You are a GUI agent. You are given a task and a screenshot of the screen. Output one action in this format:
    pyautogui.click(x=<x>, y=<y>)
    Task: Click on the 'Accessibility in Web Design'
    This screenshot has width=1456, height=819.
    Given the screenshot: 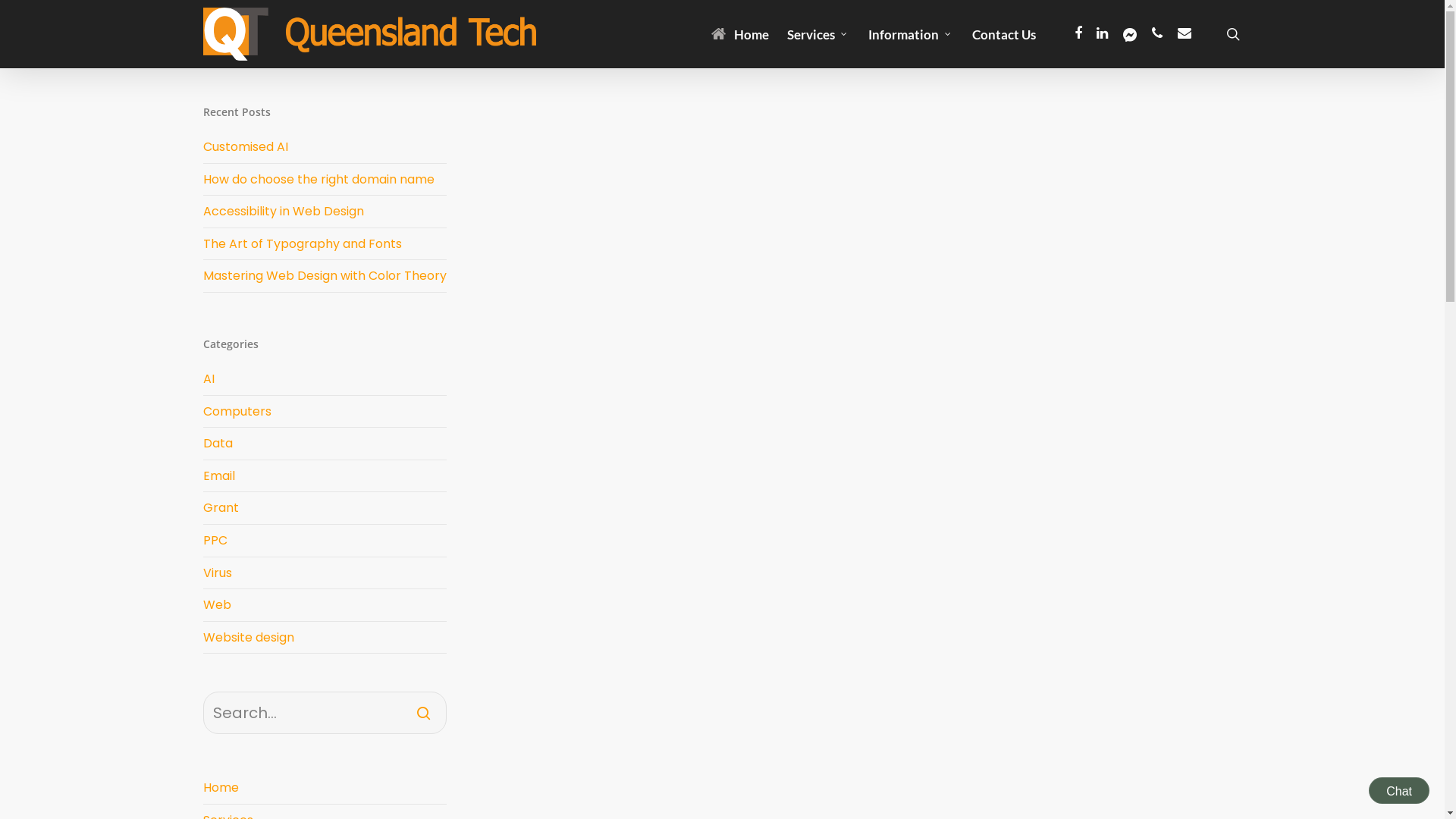 What is the action you would take?
    pyautogui.click(x=284, y=211)
    